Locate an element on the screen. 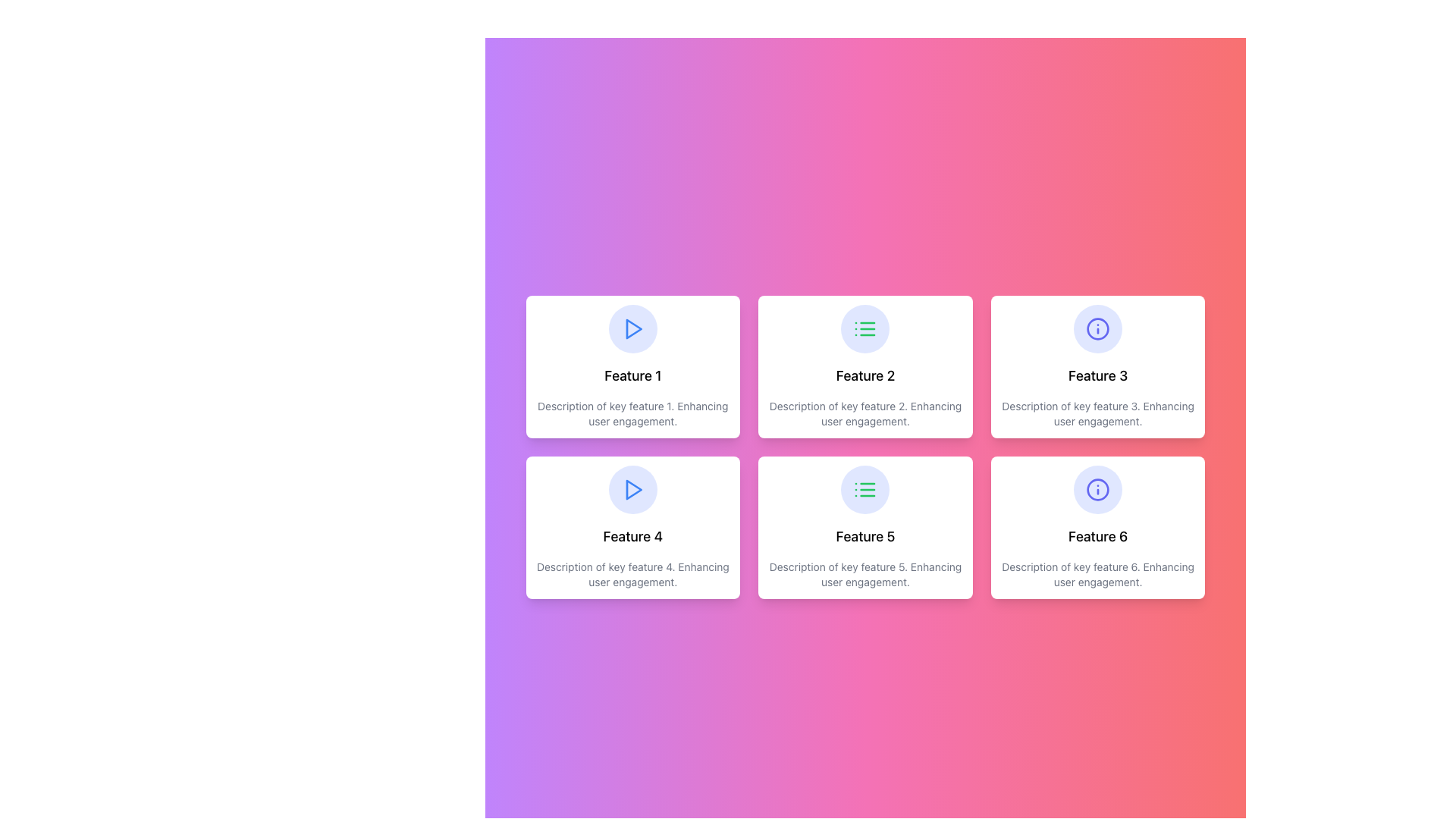  the information icon, which is a blue circular shape located at the top center of the 'Feature 3' card is located at coordinates (1098, 328).